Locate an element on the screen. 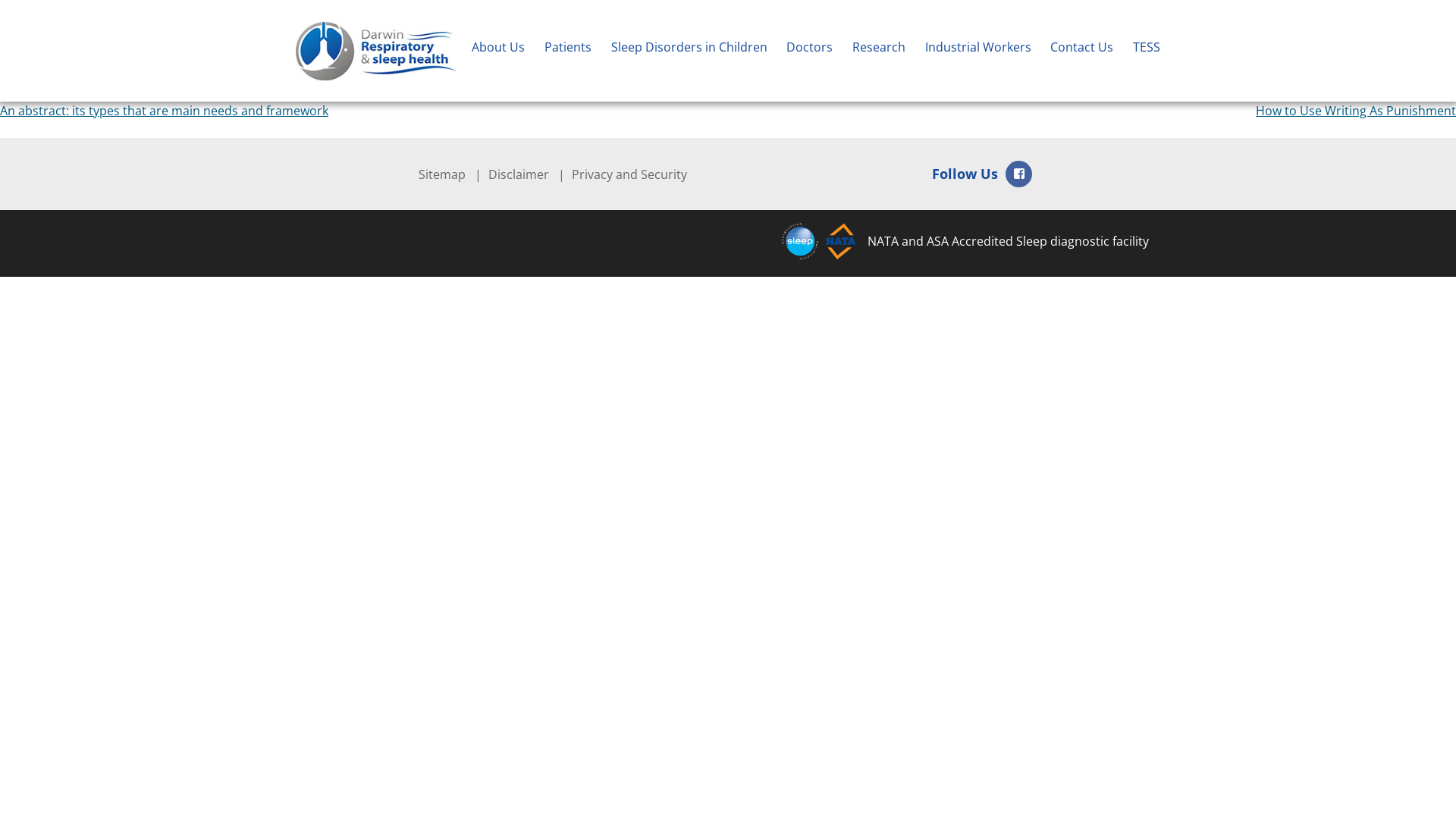 This screenshot has width=1456, height=819. 'Darwin Respiratory & Sleep Health' is located at coordinates (394, 40).